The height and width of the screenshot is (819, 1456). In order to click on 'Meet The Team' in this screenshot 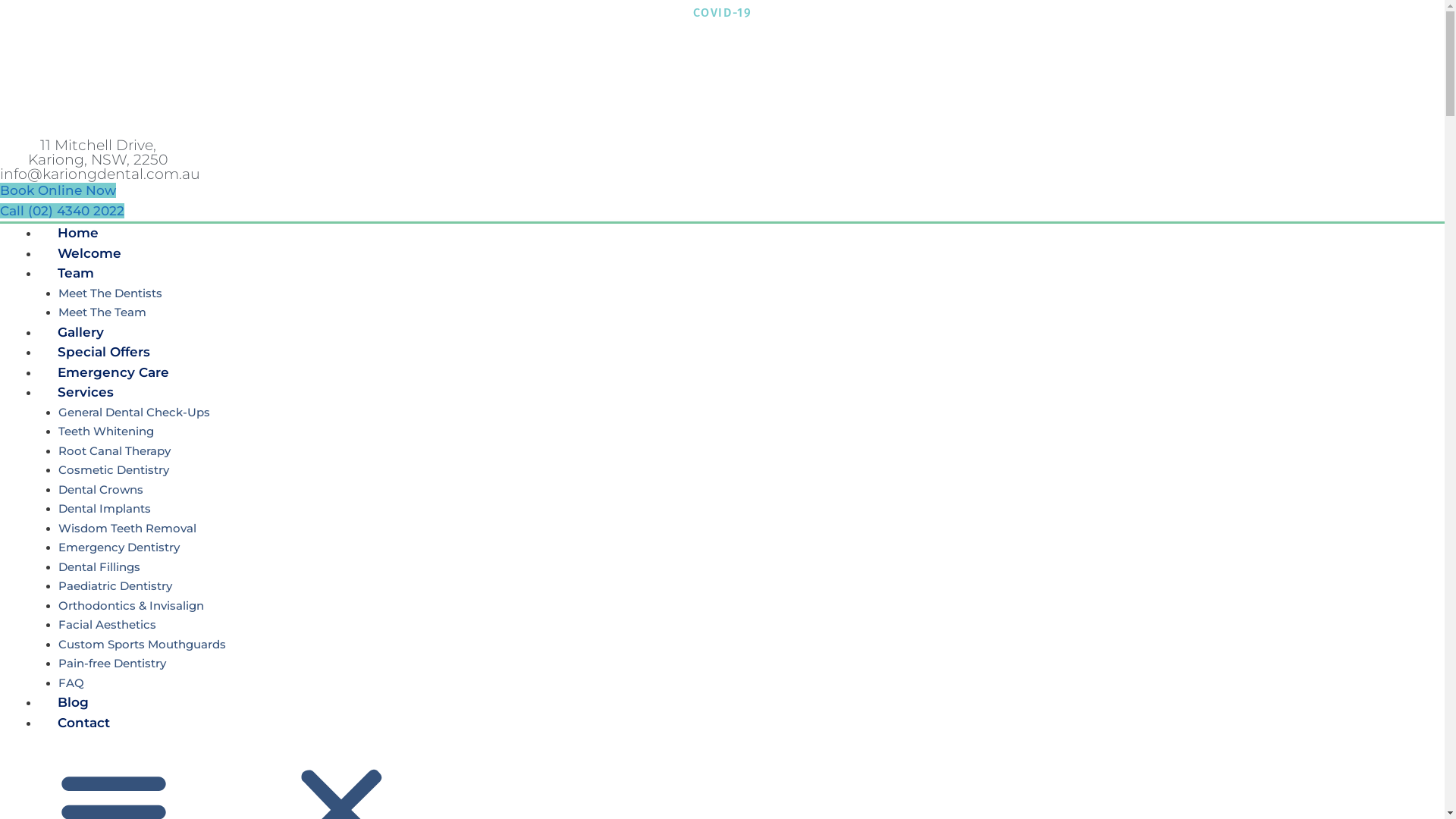, I will do `click(101, 311)`.